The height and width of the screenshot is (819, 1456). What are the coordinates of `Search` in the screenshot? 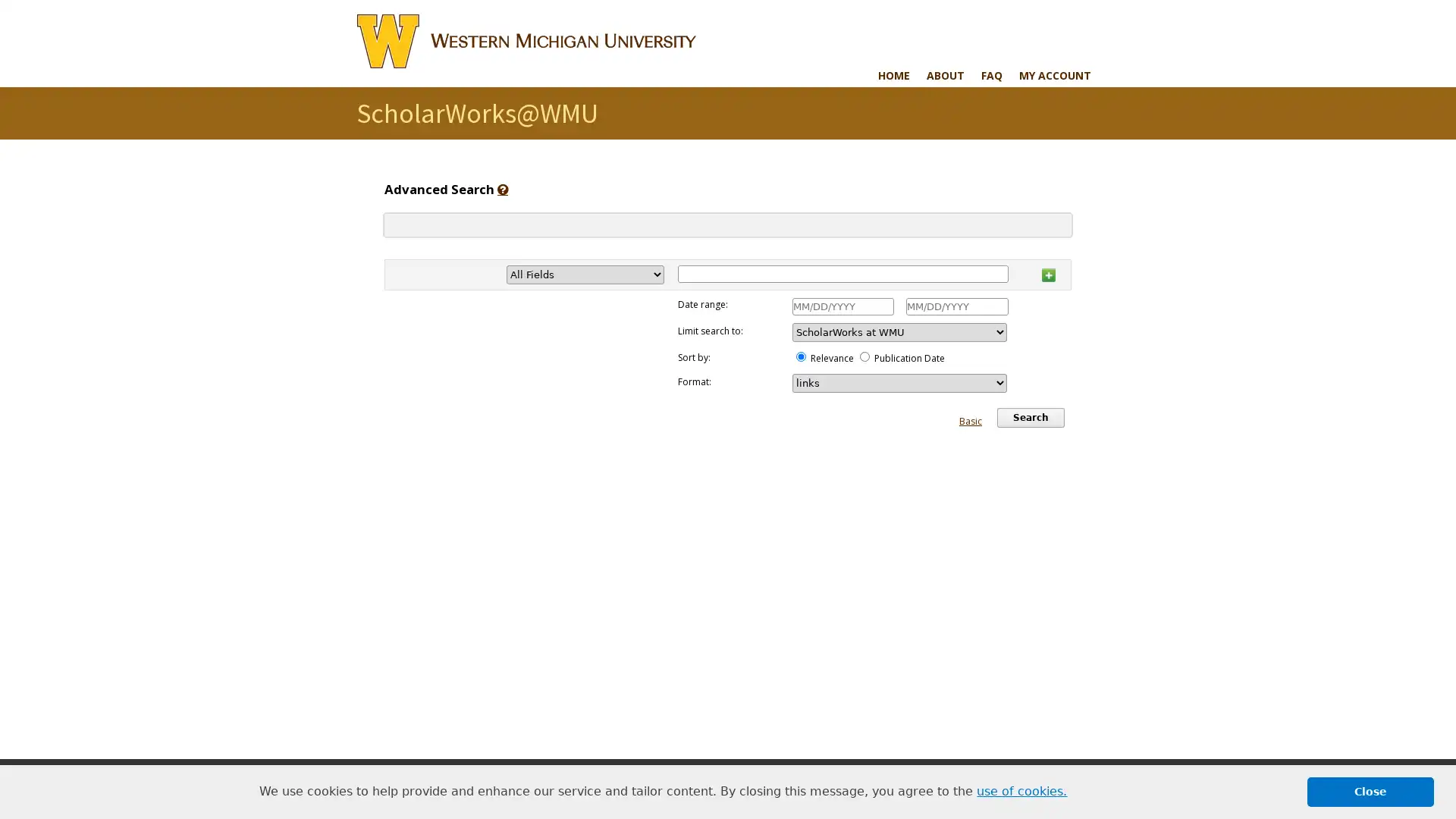 It's located at (1030, 418).